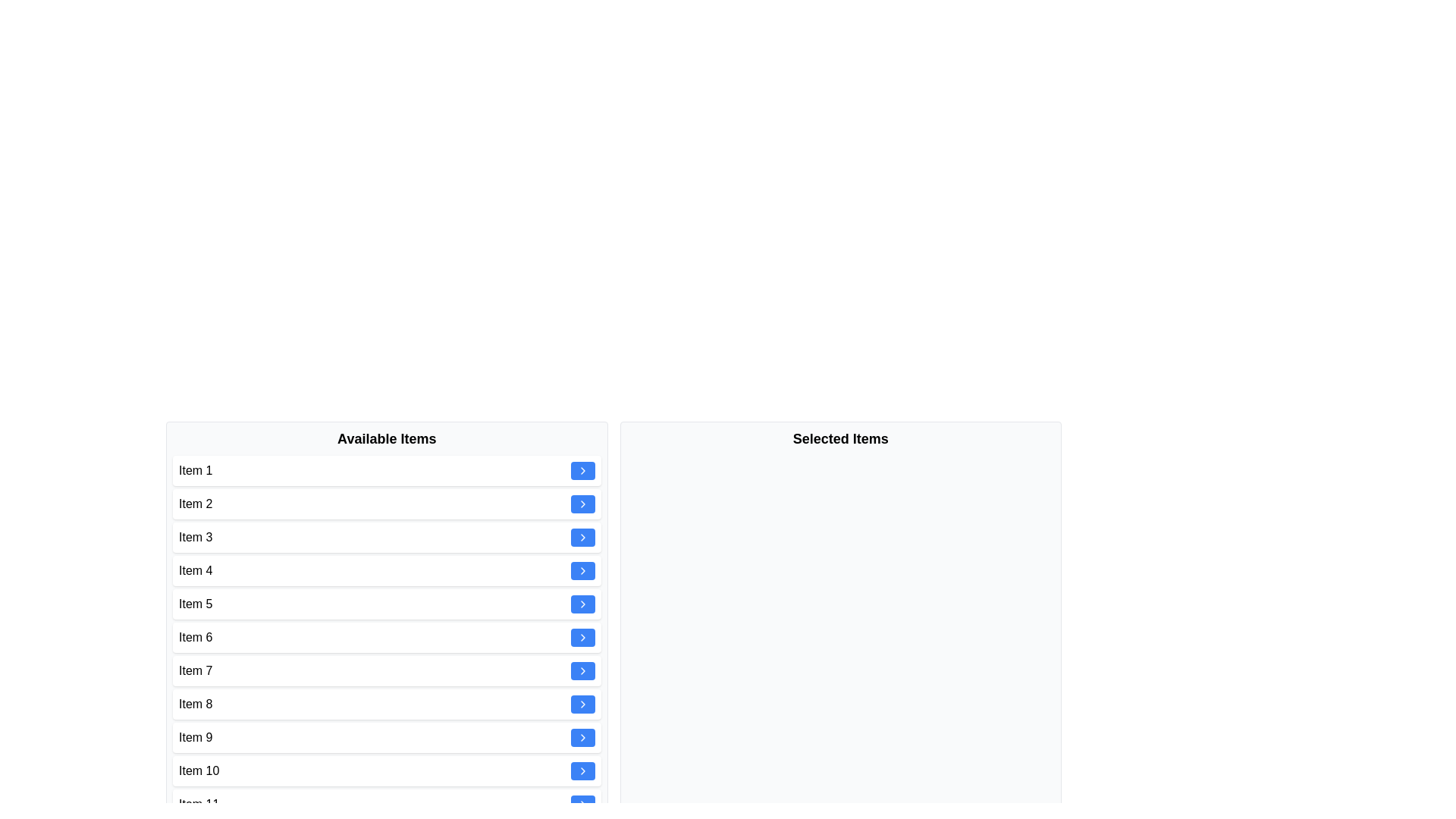  I want to click on the right-facing chevron icon with a blue background located in the 'Available Items' column, adjacent to 'Item 11', to observe hover effects, so click(582, 504).